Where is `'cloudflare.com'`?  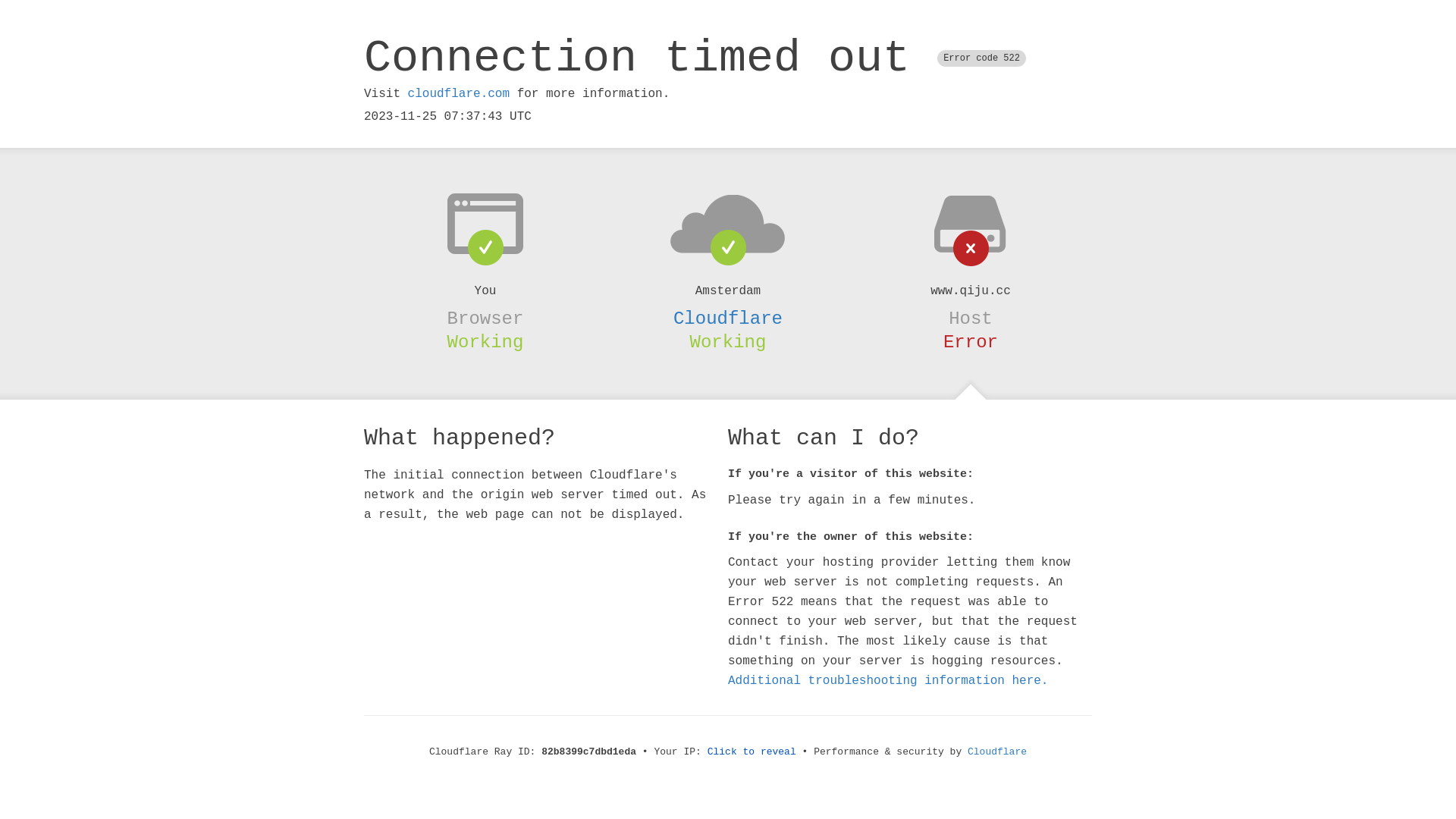
'cloudflare.com' is located at coordinates (407, 93).